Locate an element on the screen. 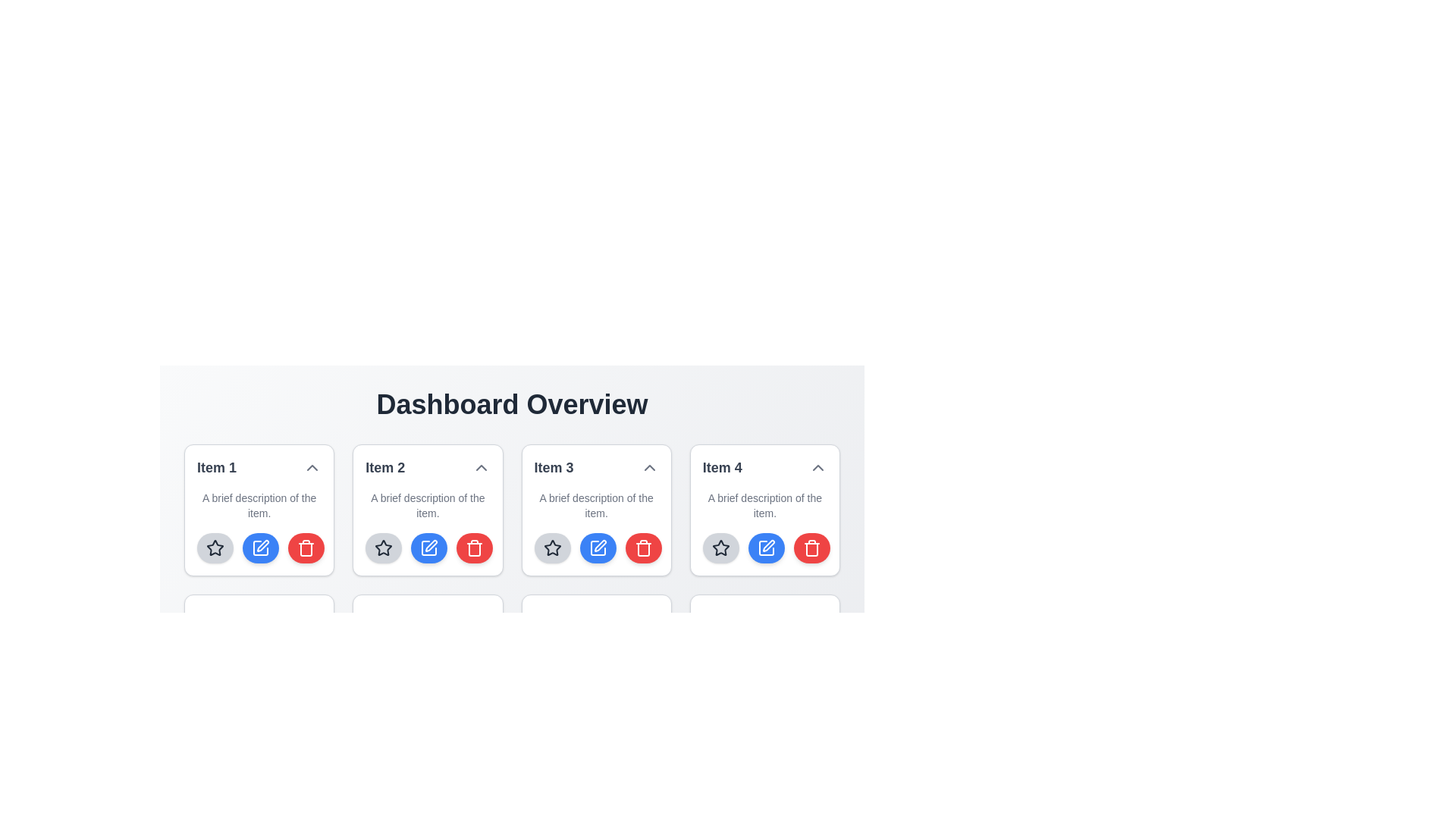 The height and width of the screenshot is (819, 1456). the delete icon button located in the lower right corner of the card titled 'Item 3' is located at coordinates (643, 548).